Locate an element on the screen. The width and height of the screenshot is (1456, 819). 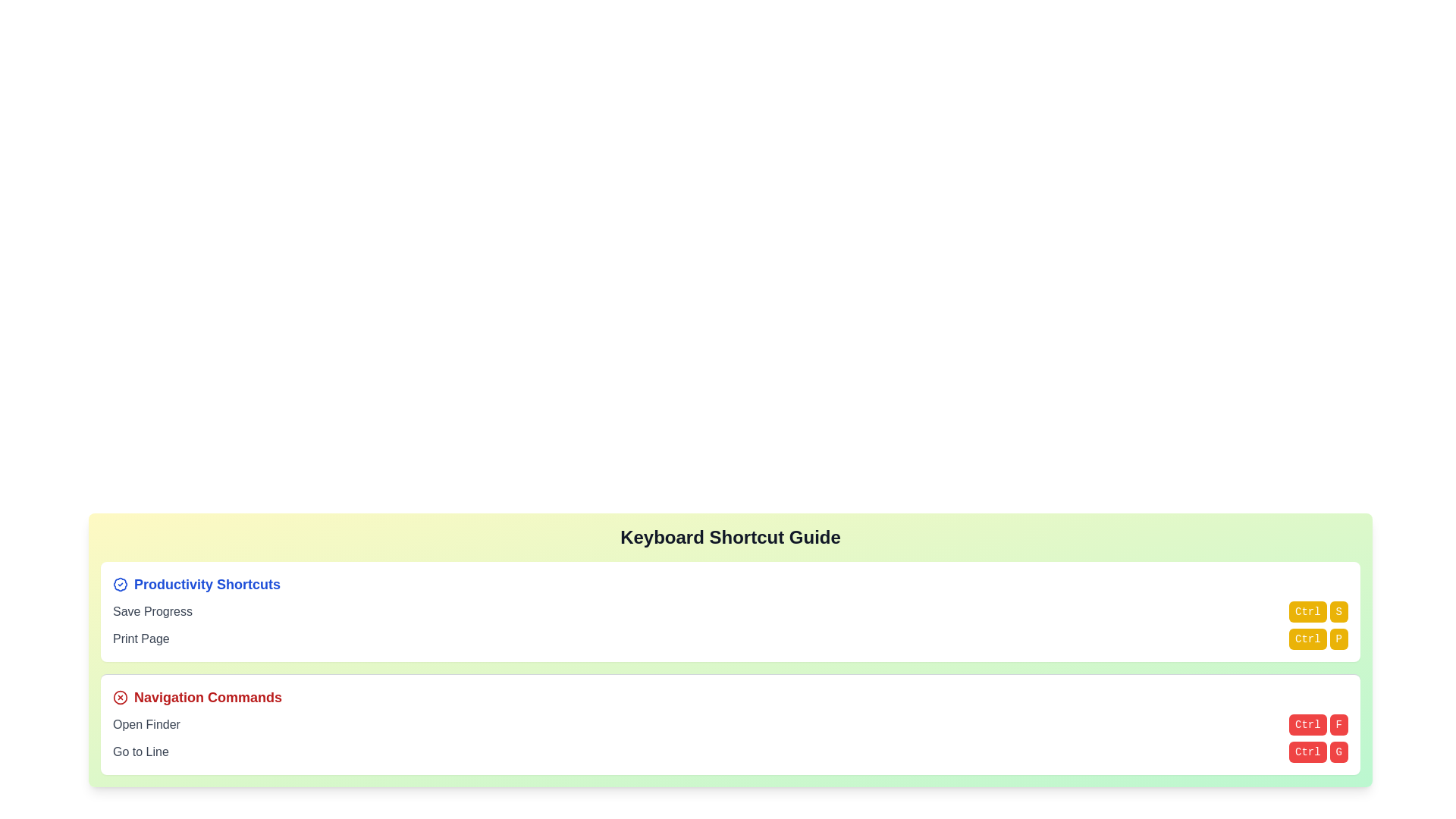
the small rectangular badge with a yellow background and white text displaying the letter 'S', located in the 'Productivity Shortcuts' section under the 'Save Progress' command is located at coordinates (1338, 610).